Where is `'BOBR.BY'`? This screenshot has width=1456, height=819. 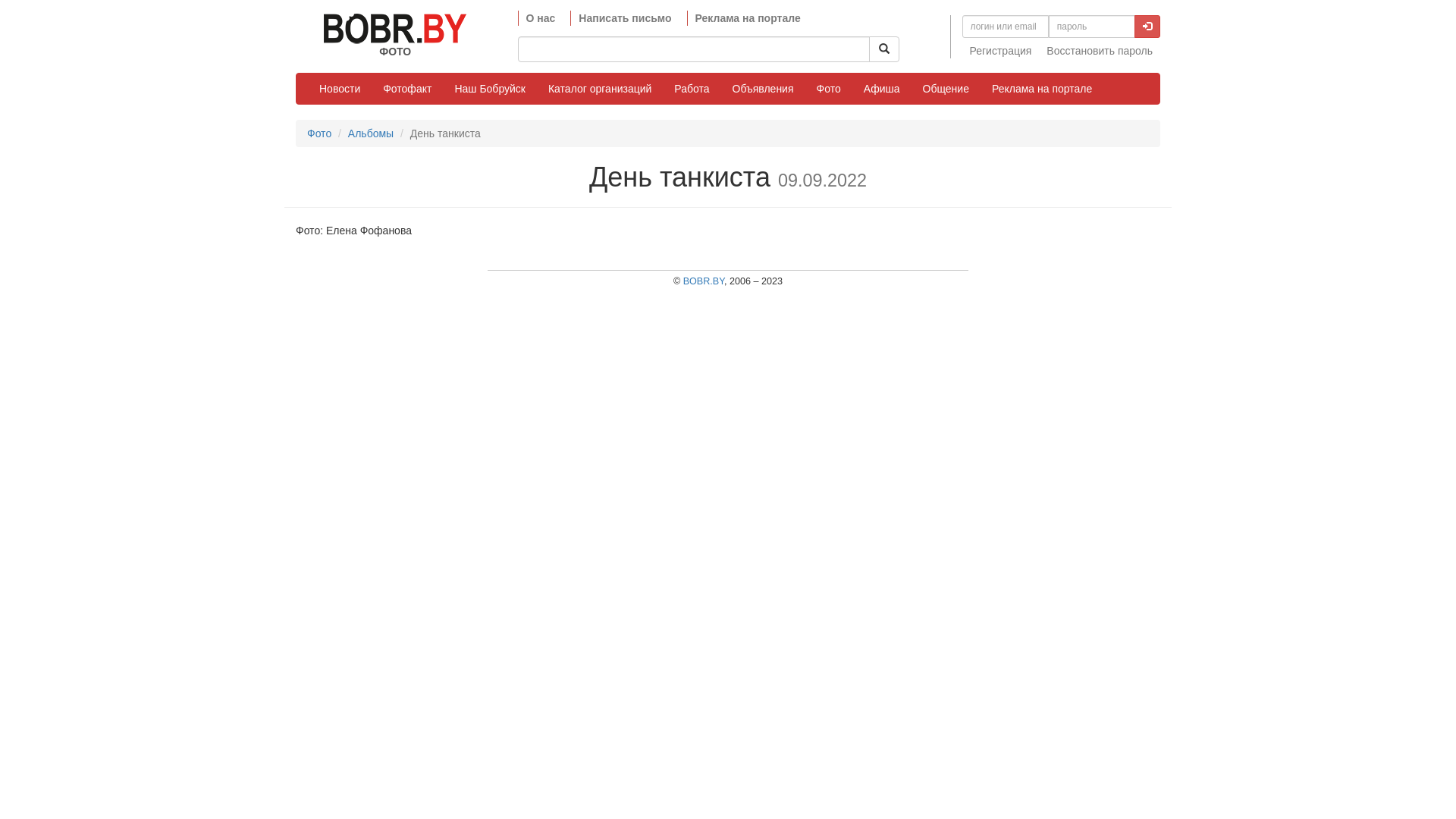
'BOBR.BY' is located at coordinates (702, 281).